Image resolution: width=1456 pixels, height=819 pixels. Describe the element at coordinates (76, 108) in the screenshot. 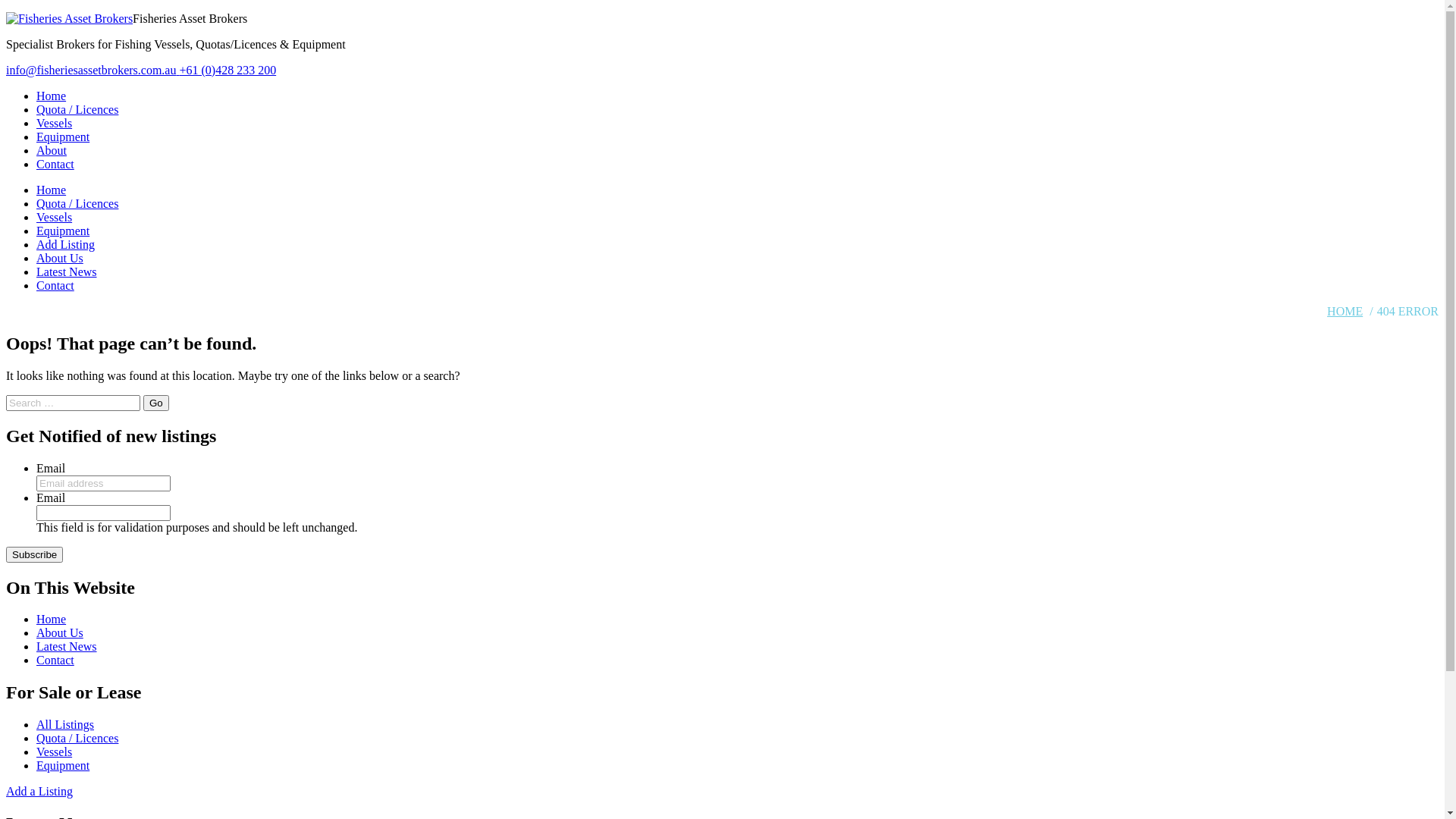

I see `'Quota / Licences'` at that location.